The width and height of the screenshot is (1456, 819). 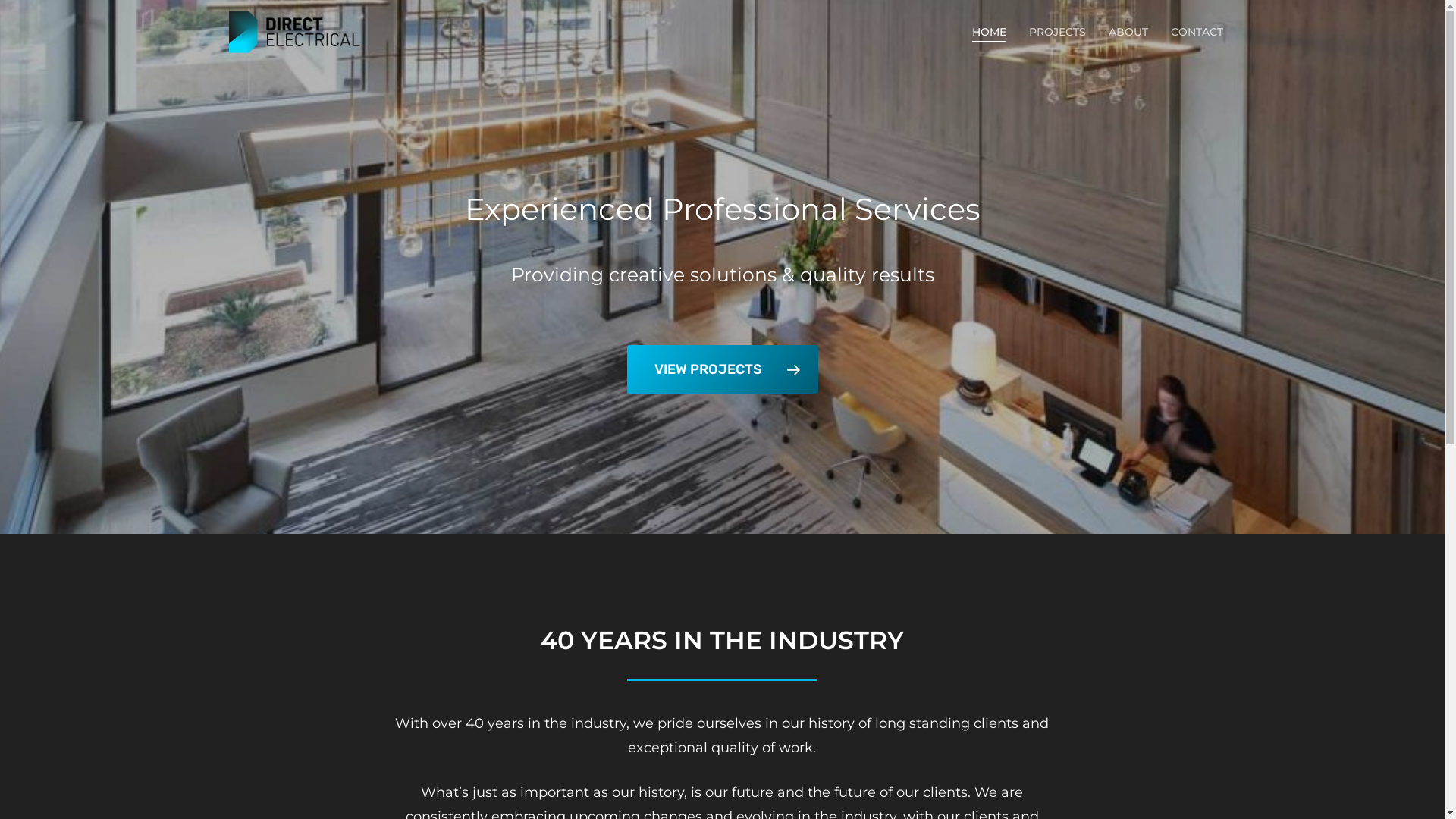 What do you see at coordinates (720, 369) in the screenshot?
I see `'VIEW PROJECTS'` at bounding box center [720, 369].